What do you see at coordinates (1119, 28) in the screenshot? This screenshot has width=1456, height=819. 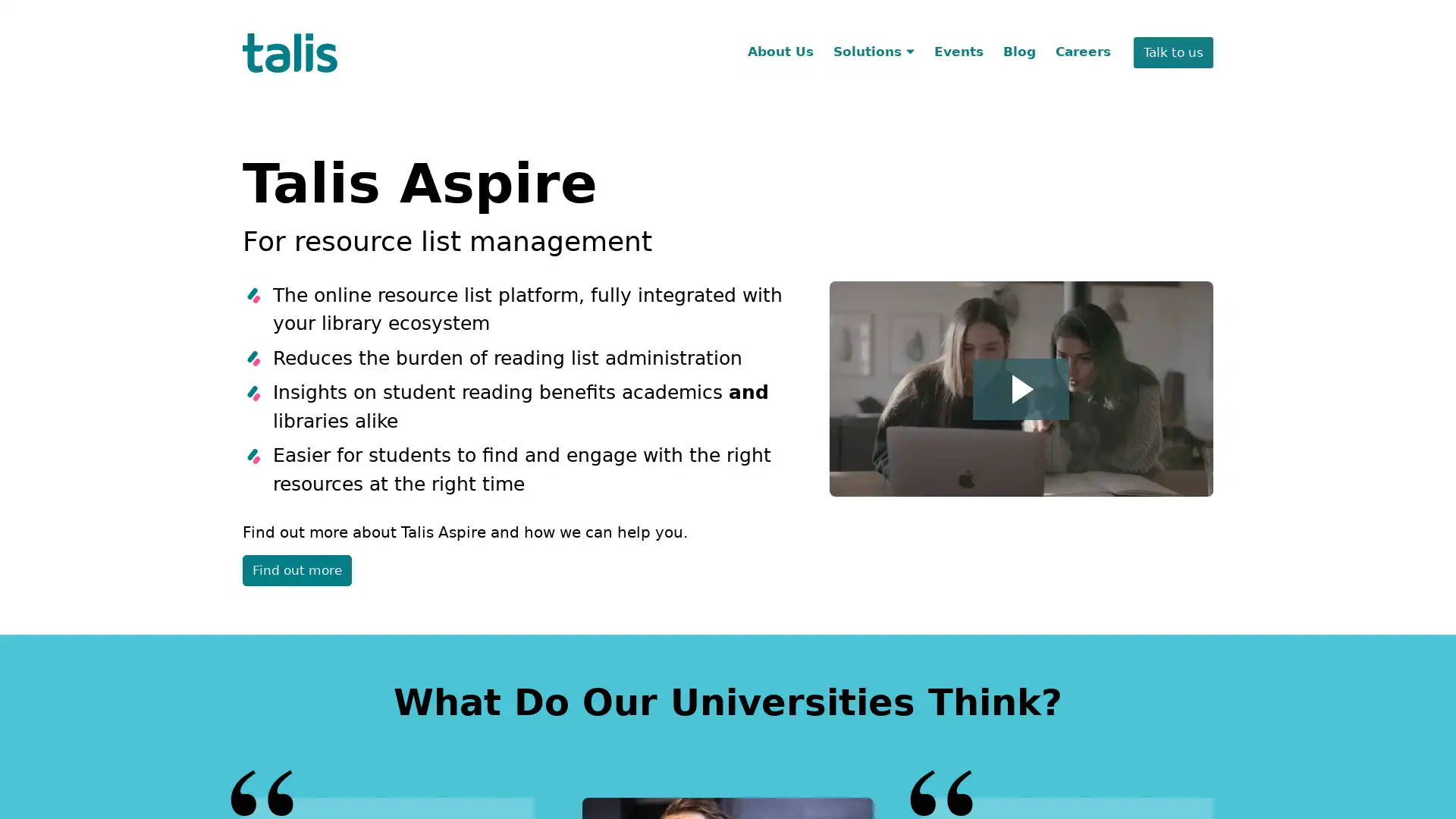 I see `Accept` at bounding box center [1119, 28].